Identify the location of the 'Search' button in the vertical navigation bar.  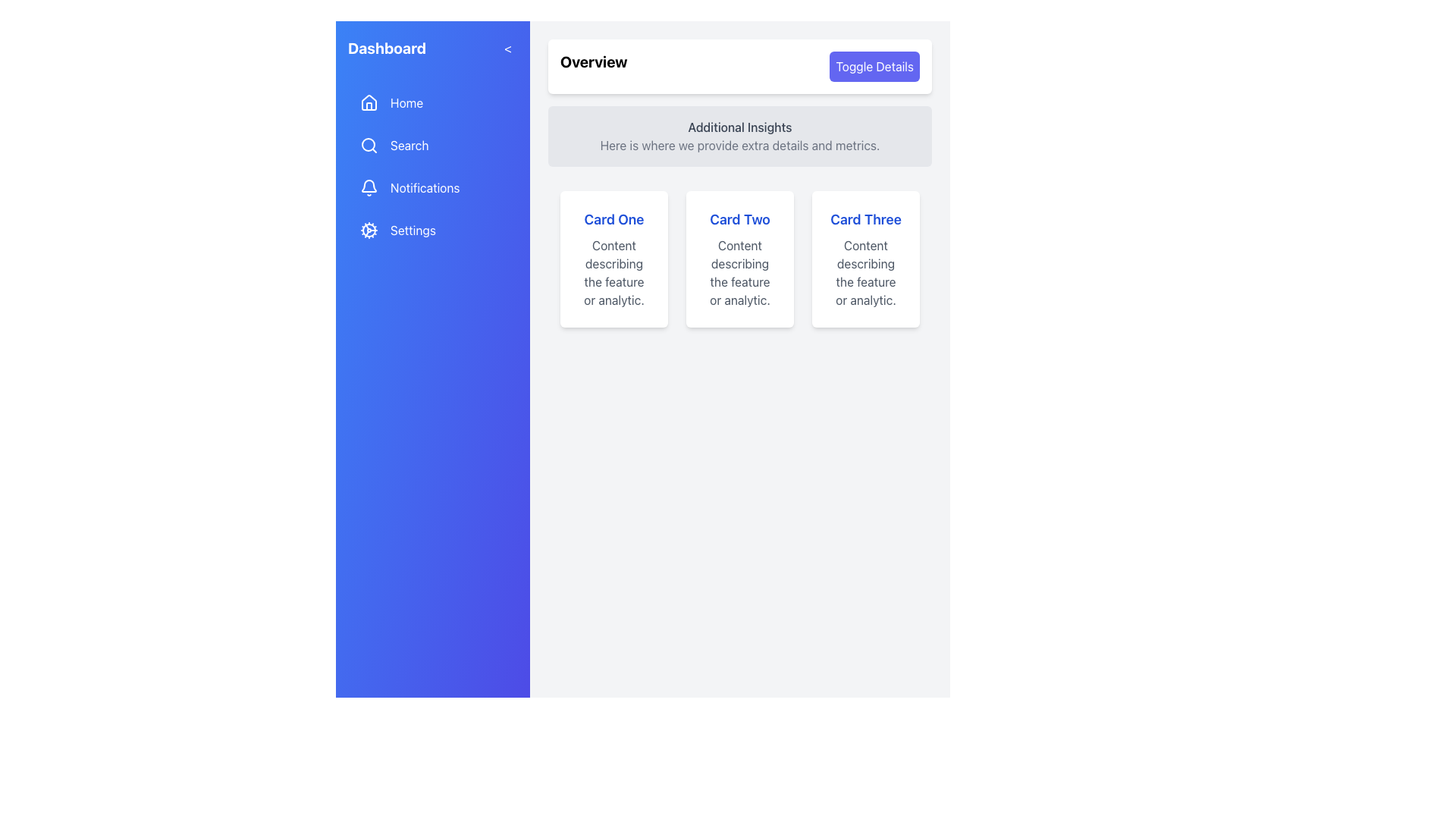
(432, 166).